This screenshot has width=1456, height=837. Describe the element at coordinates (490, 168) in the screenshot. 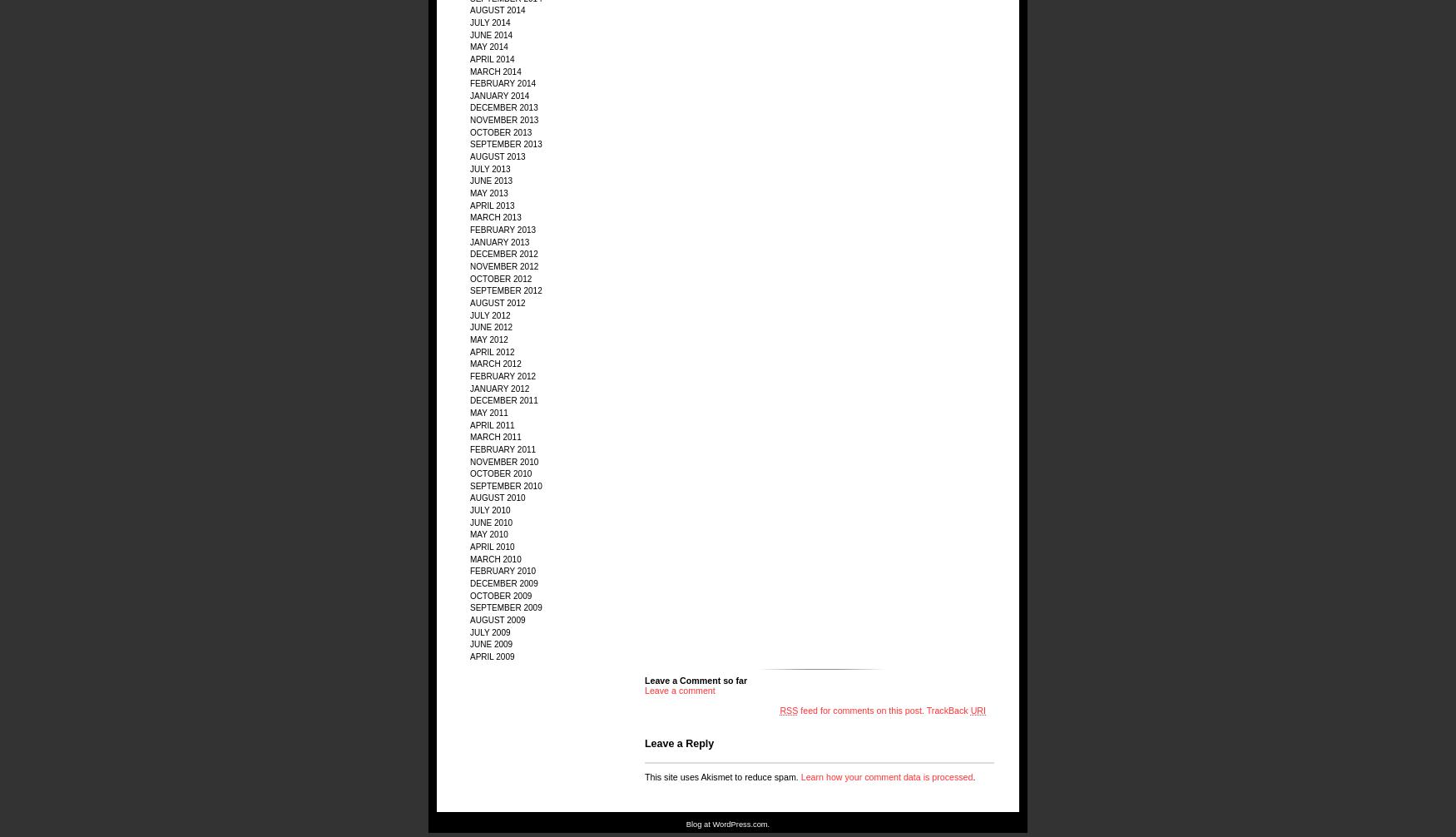

I see `'July 2013'` at that location.